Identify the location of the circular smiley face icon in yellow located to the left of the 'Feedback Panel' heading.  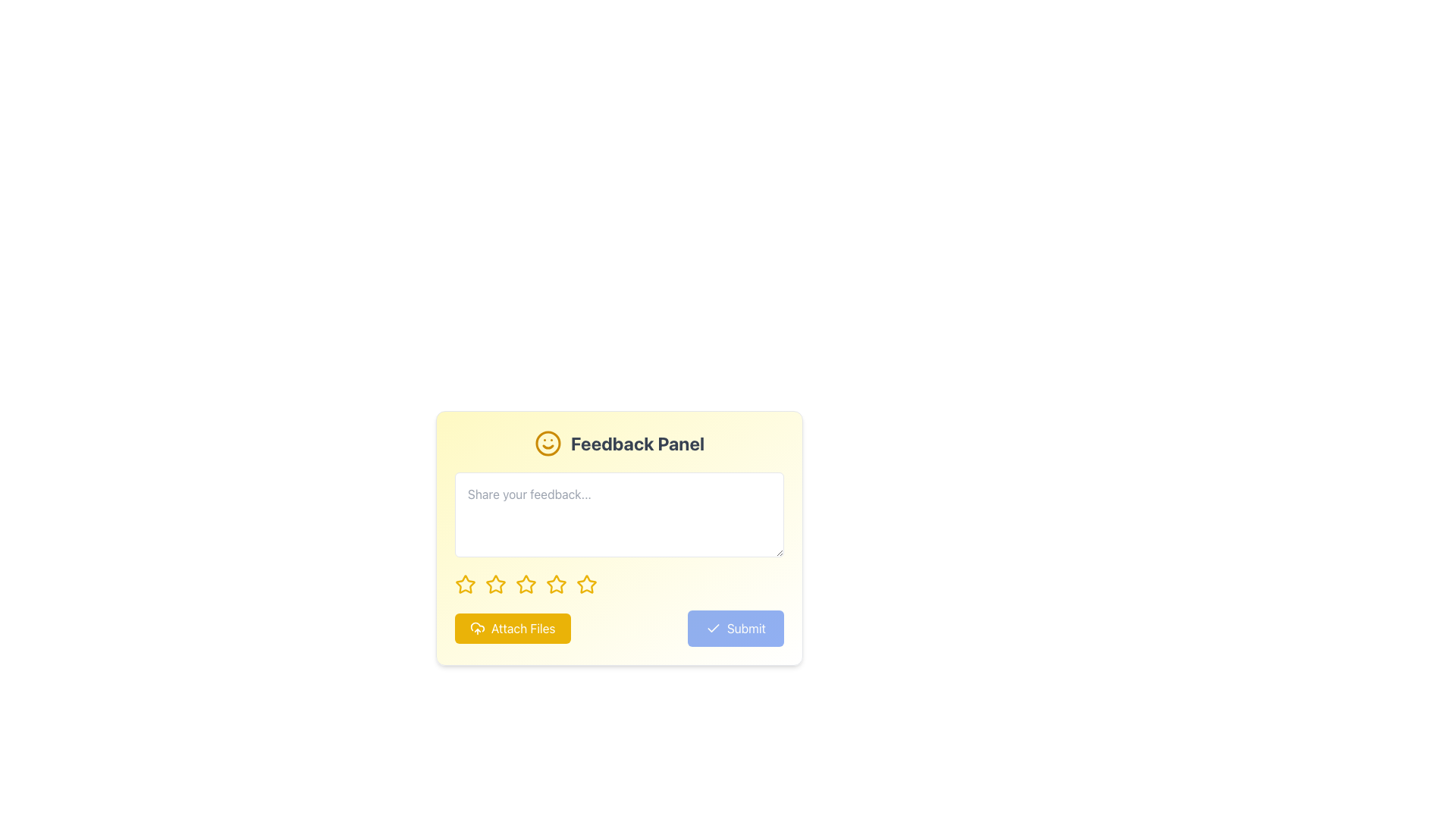
(547, 444).